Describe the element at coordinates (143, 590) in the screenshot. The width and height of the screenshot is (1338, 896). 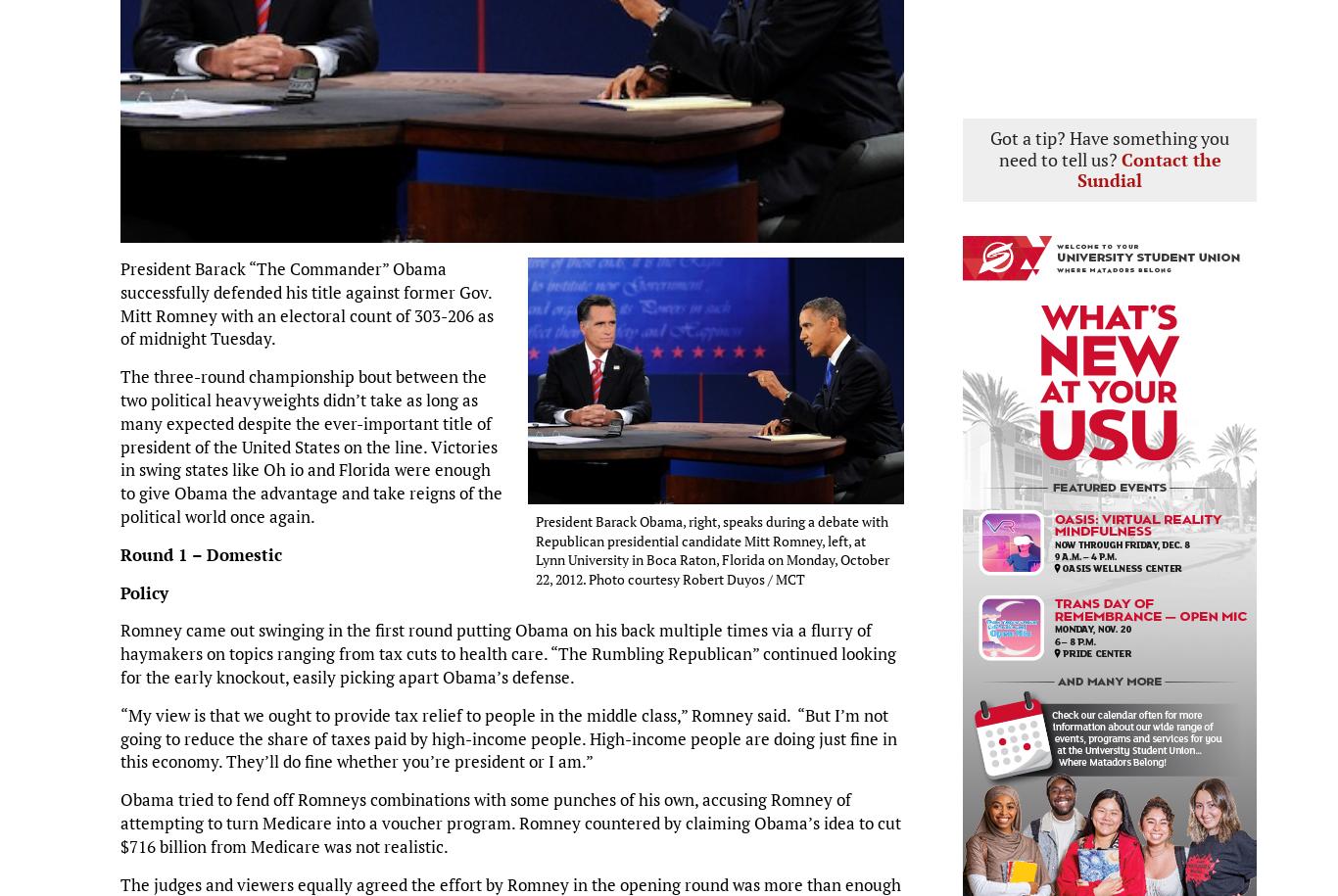
I see `'Policy'` at that location.